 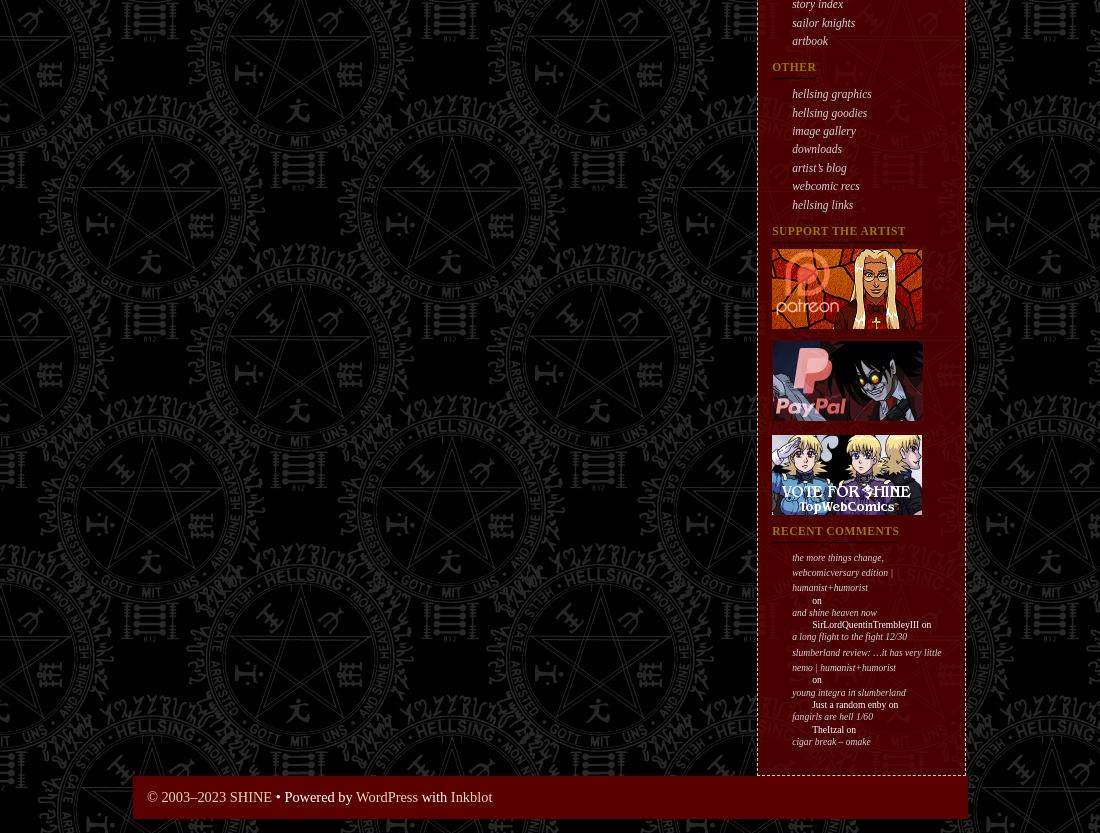 What do you see at coordinates (809, 40) in the screenshot?
I see `'Artbook'` at bounding box center [809, 40].